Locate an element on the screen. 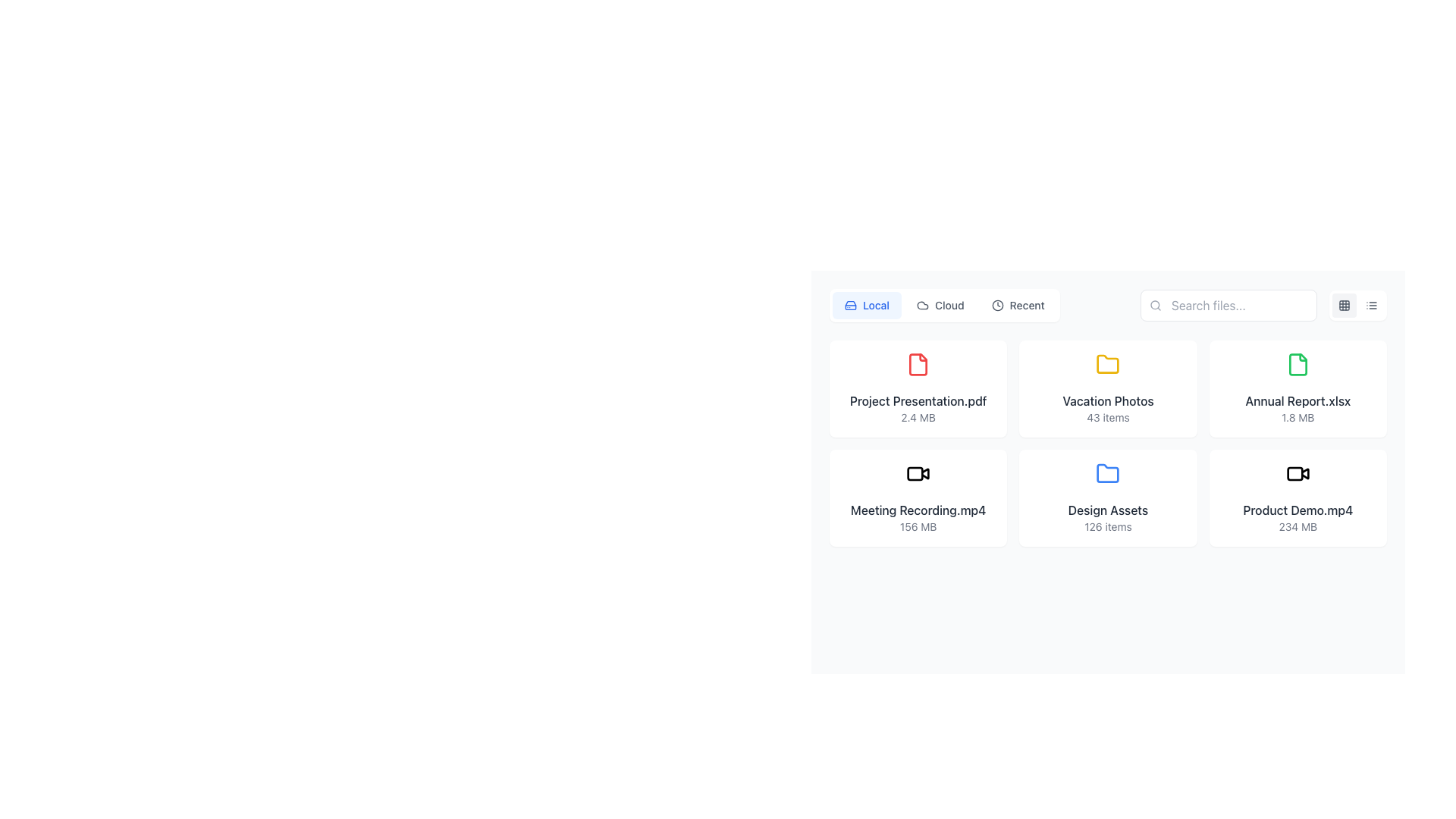  the grid icon located at the top-right corner of the interface to change the layout view of items is located at coordinates (1344, 305).